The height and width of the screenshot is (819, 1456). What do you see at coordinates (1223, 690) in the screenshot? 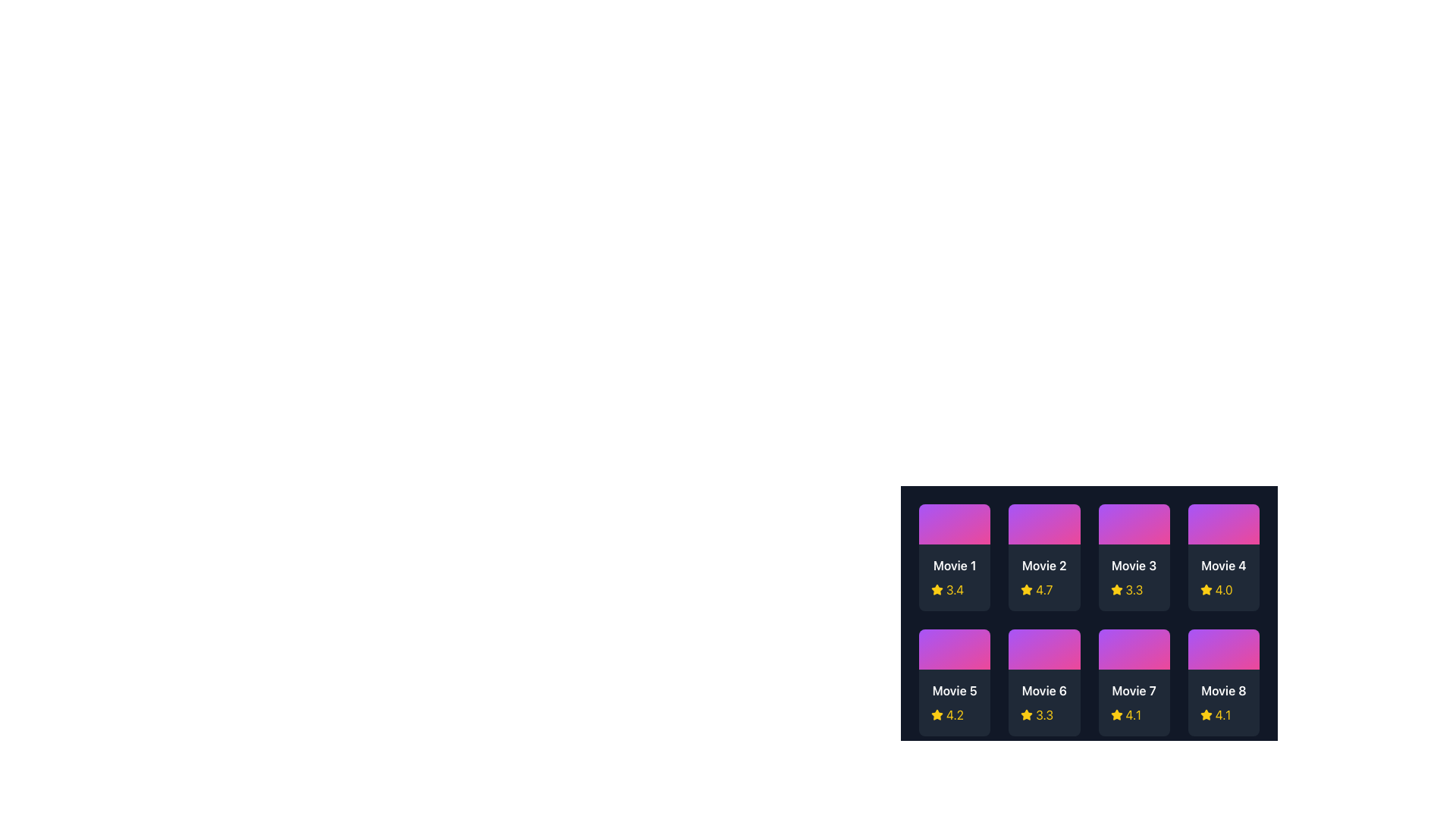
I see `the title label of the eighth movie card in the 4x2 grid layout, which displays the movie's identifier or name` at bounding box center [1223, 690].